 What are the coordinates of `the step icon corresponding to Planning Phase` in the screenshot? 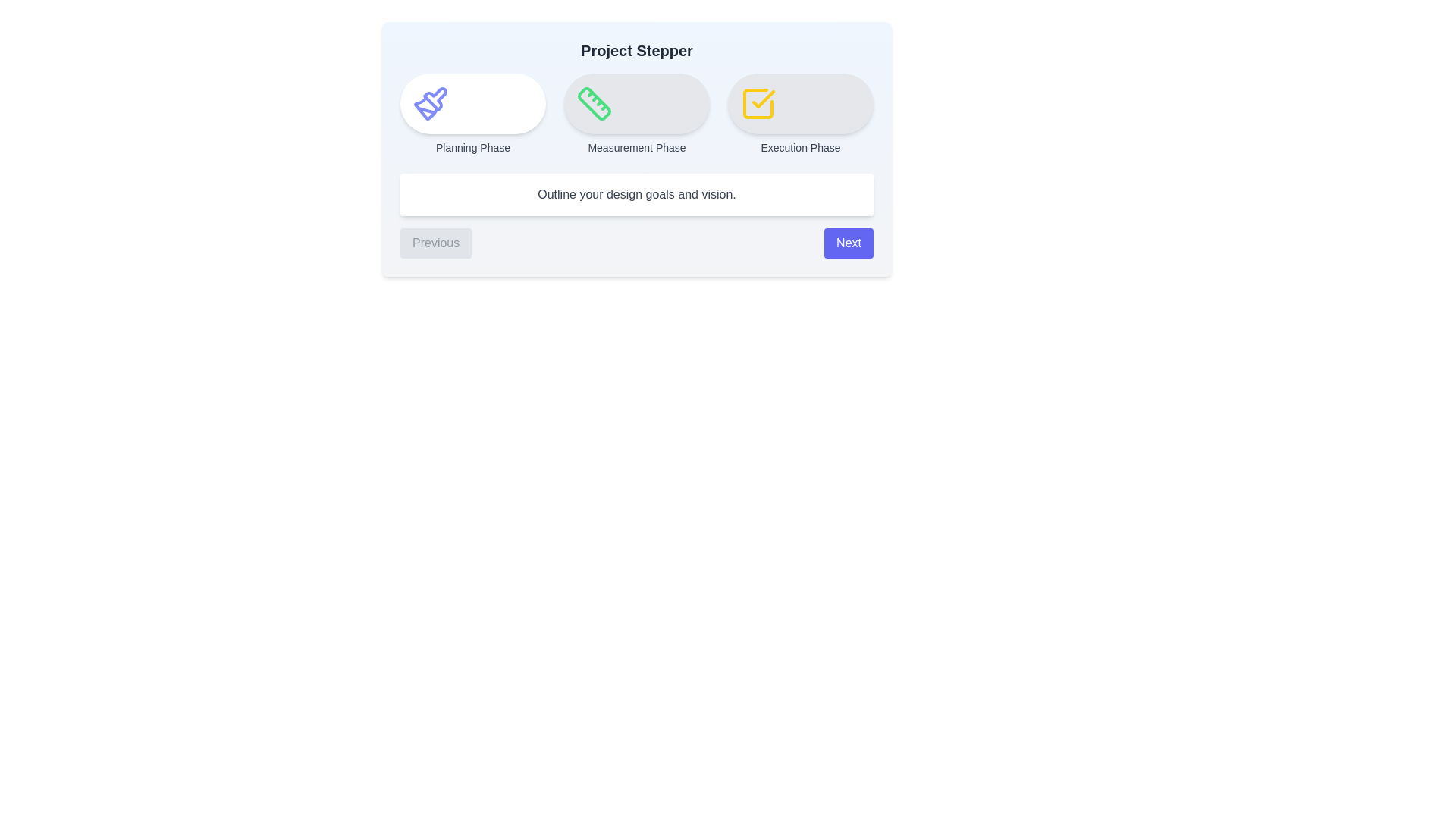 It's located at (472, 103).